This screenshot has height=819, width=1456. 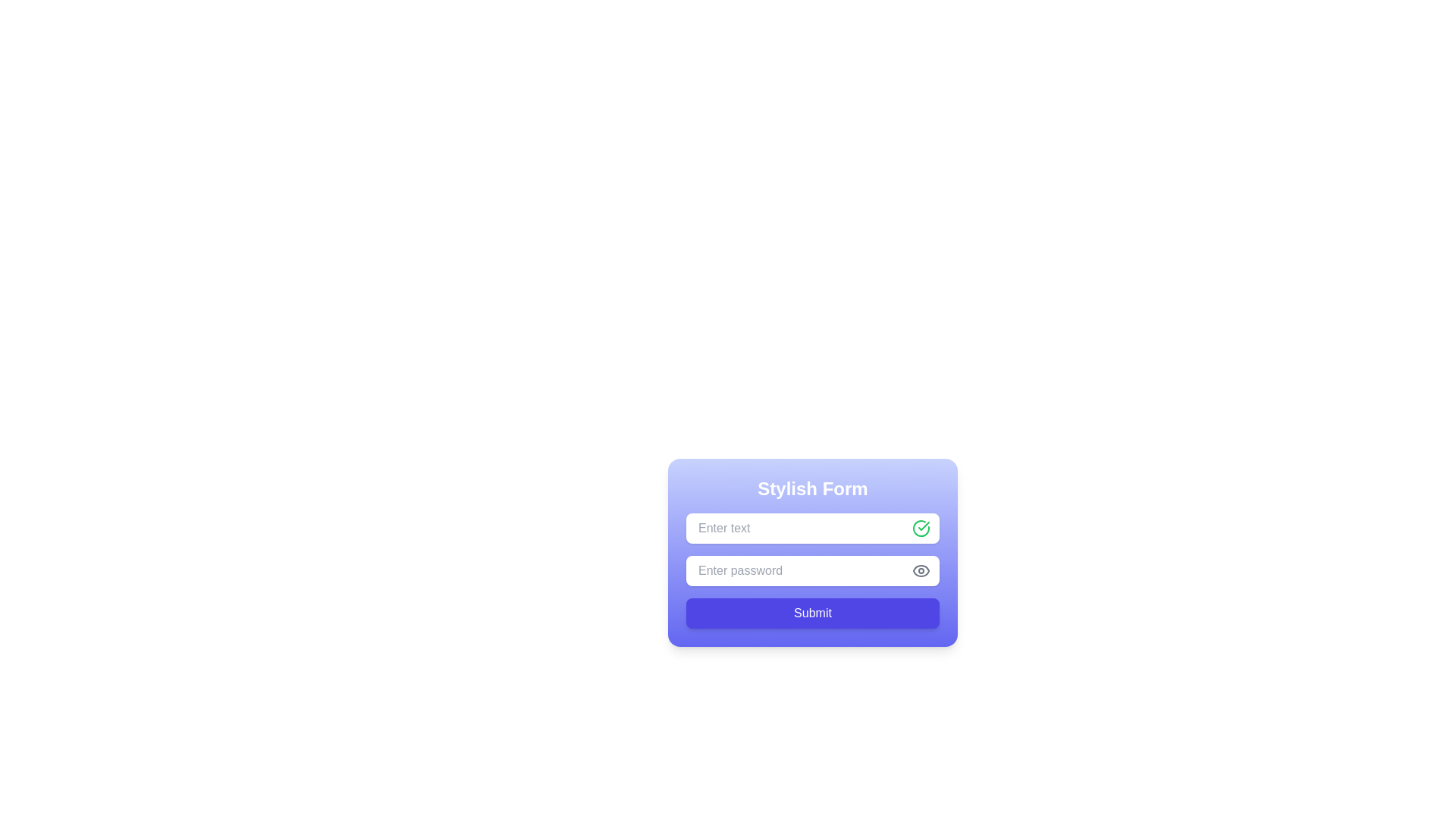 What do you see at coordinates (920, 570) in the screenshot?
I see `the eye icon in the password input field` at bounding box center [920, 570].